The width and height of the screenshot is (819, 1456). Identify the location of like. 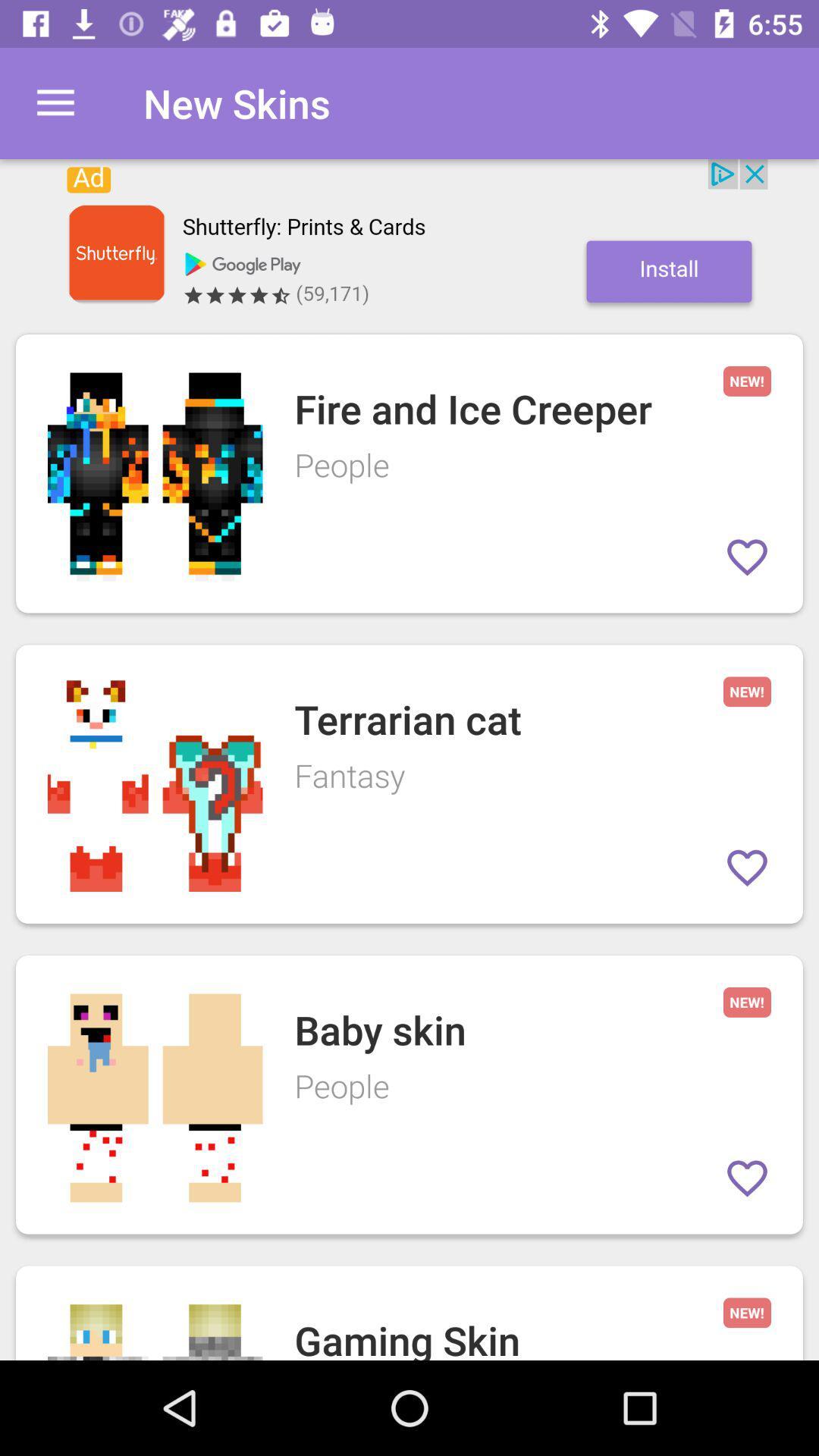
(746, 556).